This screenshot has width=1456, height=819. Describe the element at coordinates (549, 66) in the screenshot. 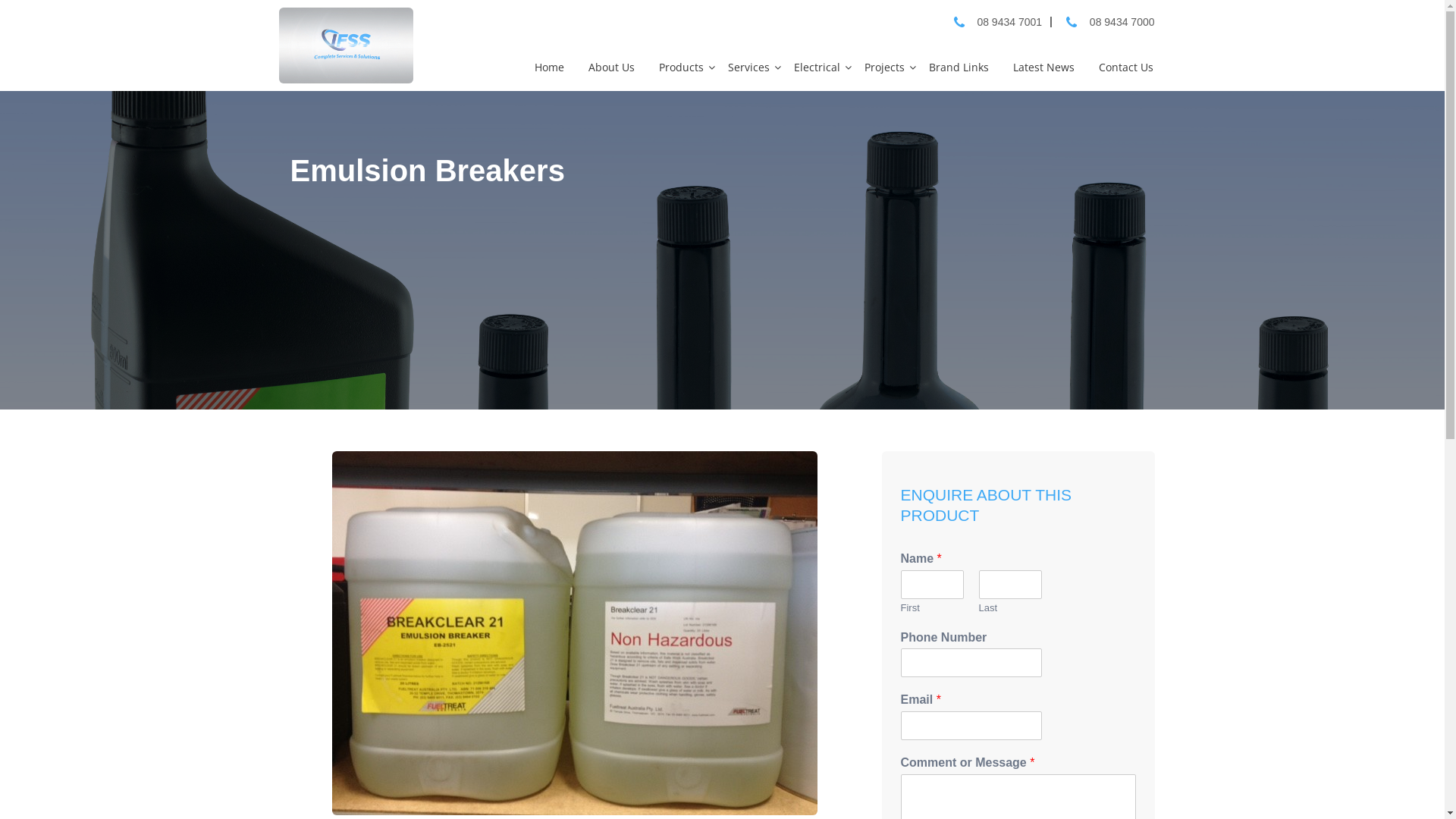

I see `'Home'` at that location.